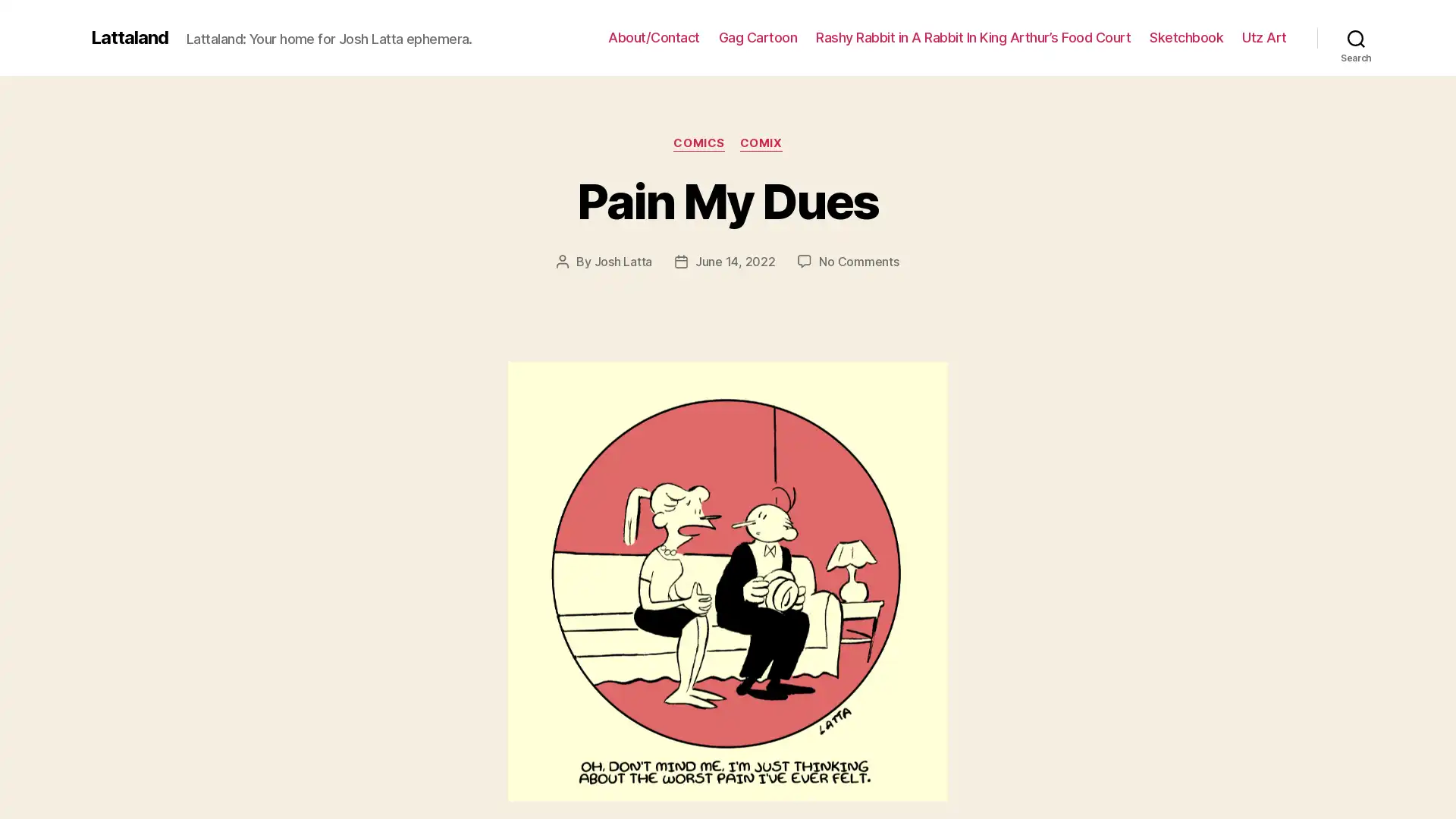 This screenshot has width=1456, height=819. What do you see at coordinates (1356, 37) in the screenshot?
I see `Search` at bounding box center [1356, 37].